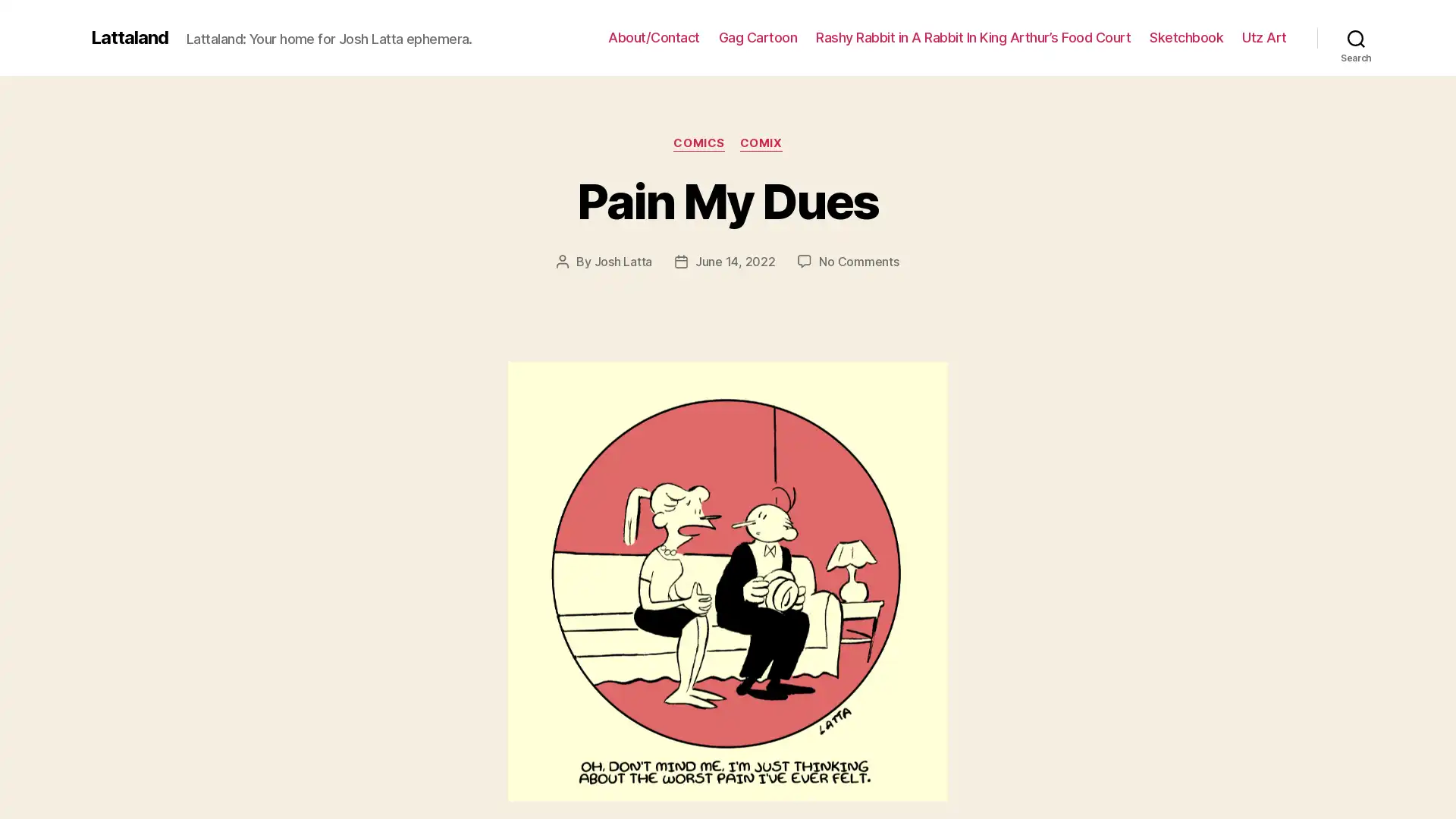 This screenshot has width=1456, height=819. What do you see at coordinates (1356, 37) in the screenshot?
I see `Search` at bounding box center [1356, 37].